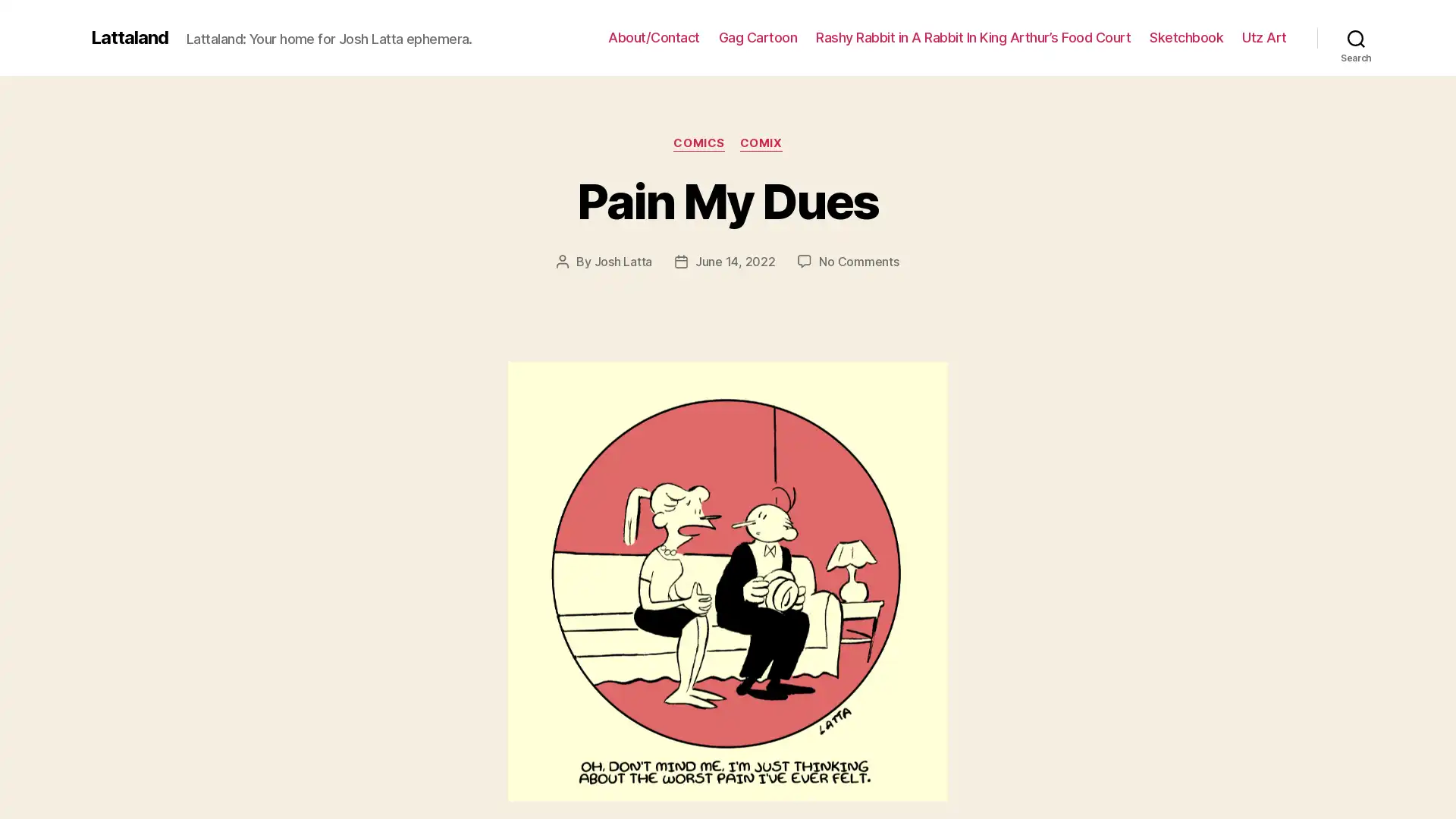 This screenshot has width=1456, height=819. What do you see at coordinates (1356, 37) in the screenshot?
I see `Search` at bounding box center [1356, 37].